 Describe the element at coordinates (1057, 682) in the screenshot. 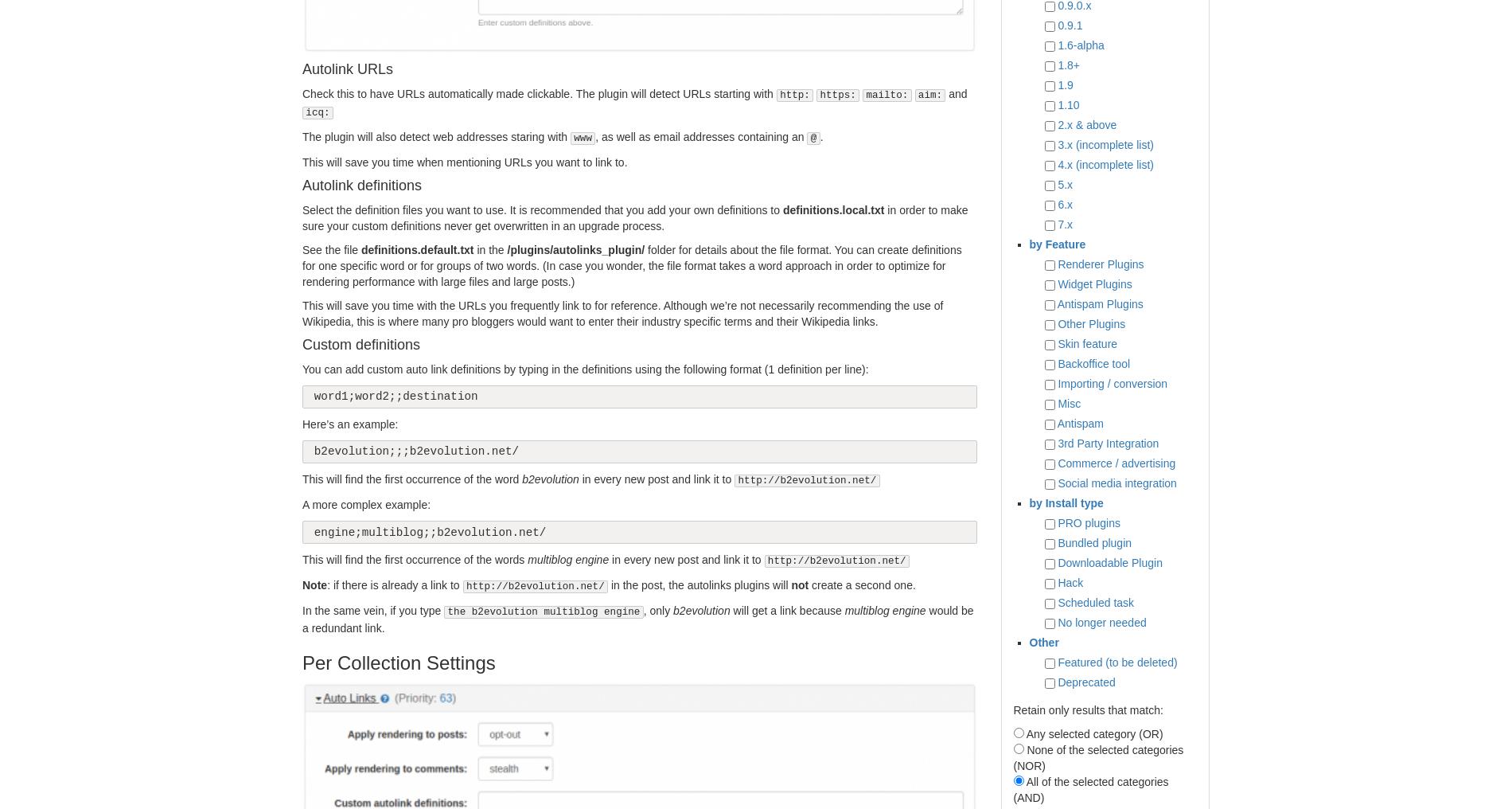

I see `'Deprecated'` at that location.